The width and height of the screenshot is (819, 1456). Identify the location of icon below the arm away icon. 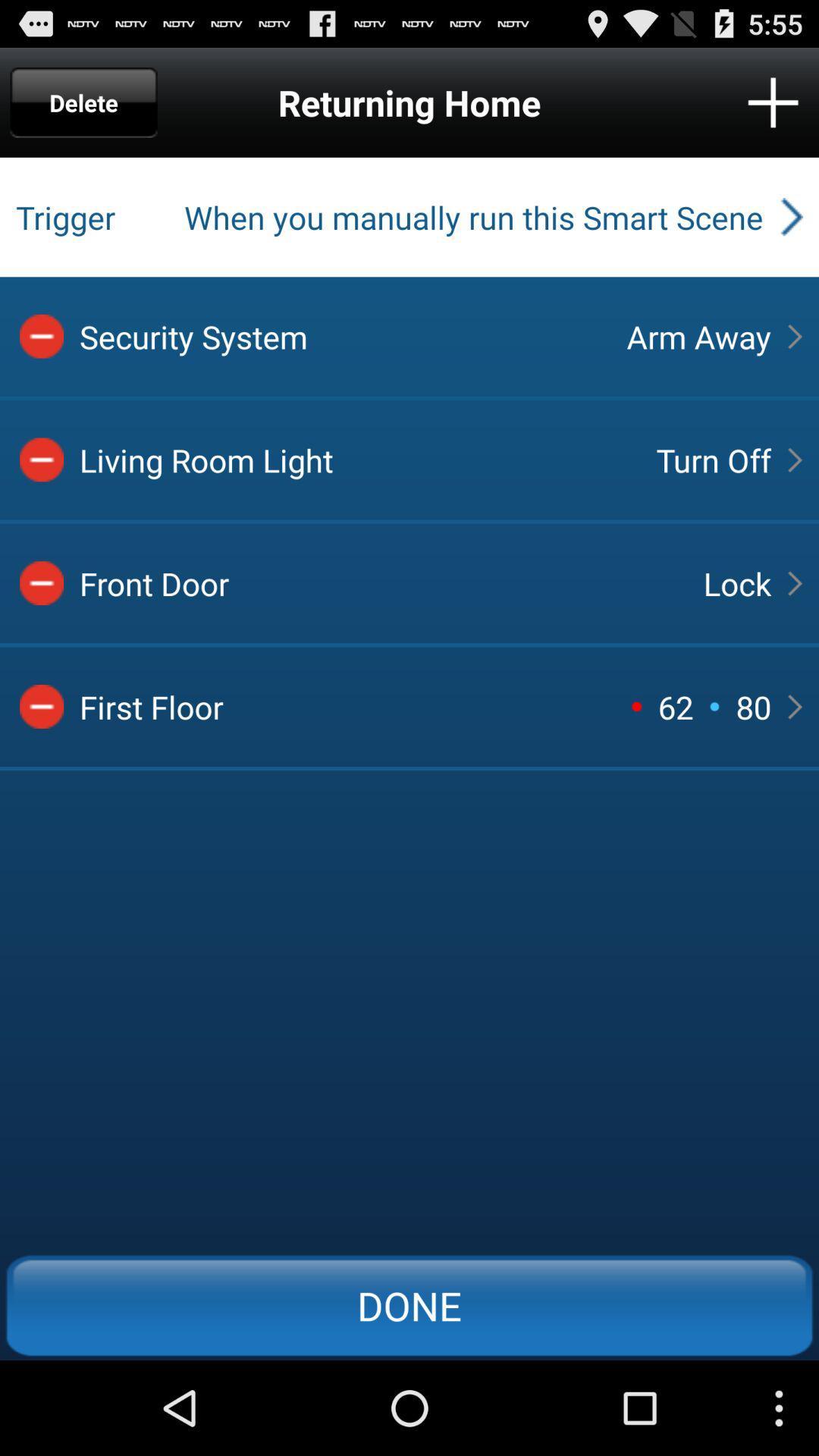
(714, 459).